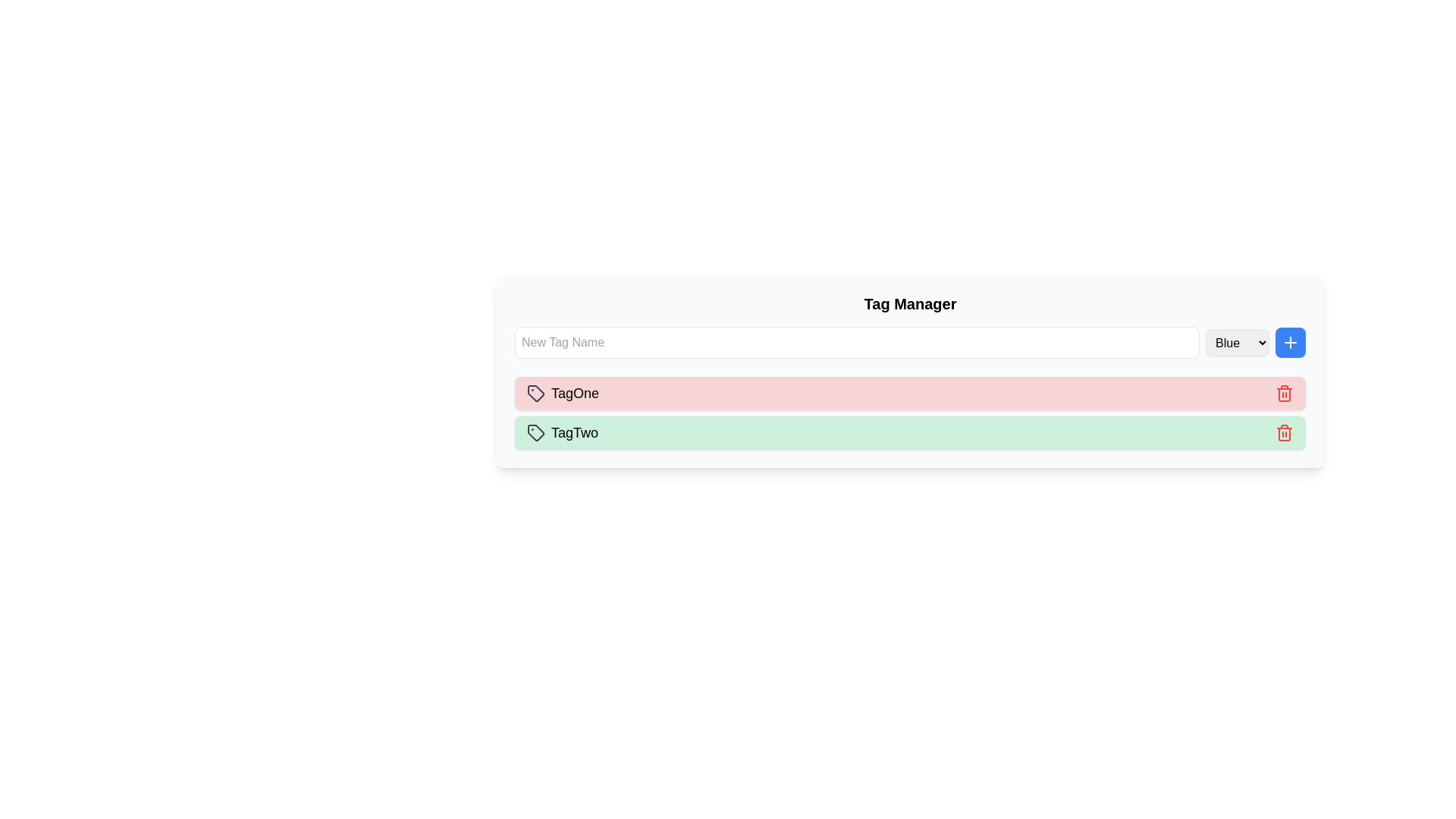 Image resolution: width=1456 pixels, height=819 pixels. Describe the element at coordinates (574, 432) in the screenshot. I see `the text label 'TagTwo', which is styled with a bold font on a green background` at that location.